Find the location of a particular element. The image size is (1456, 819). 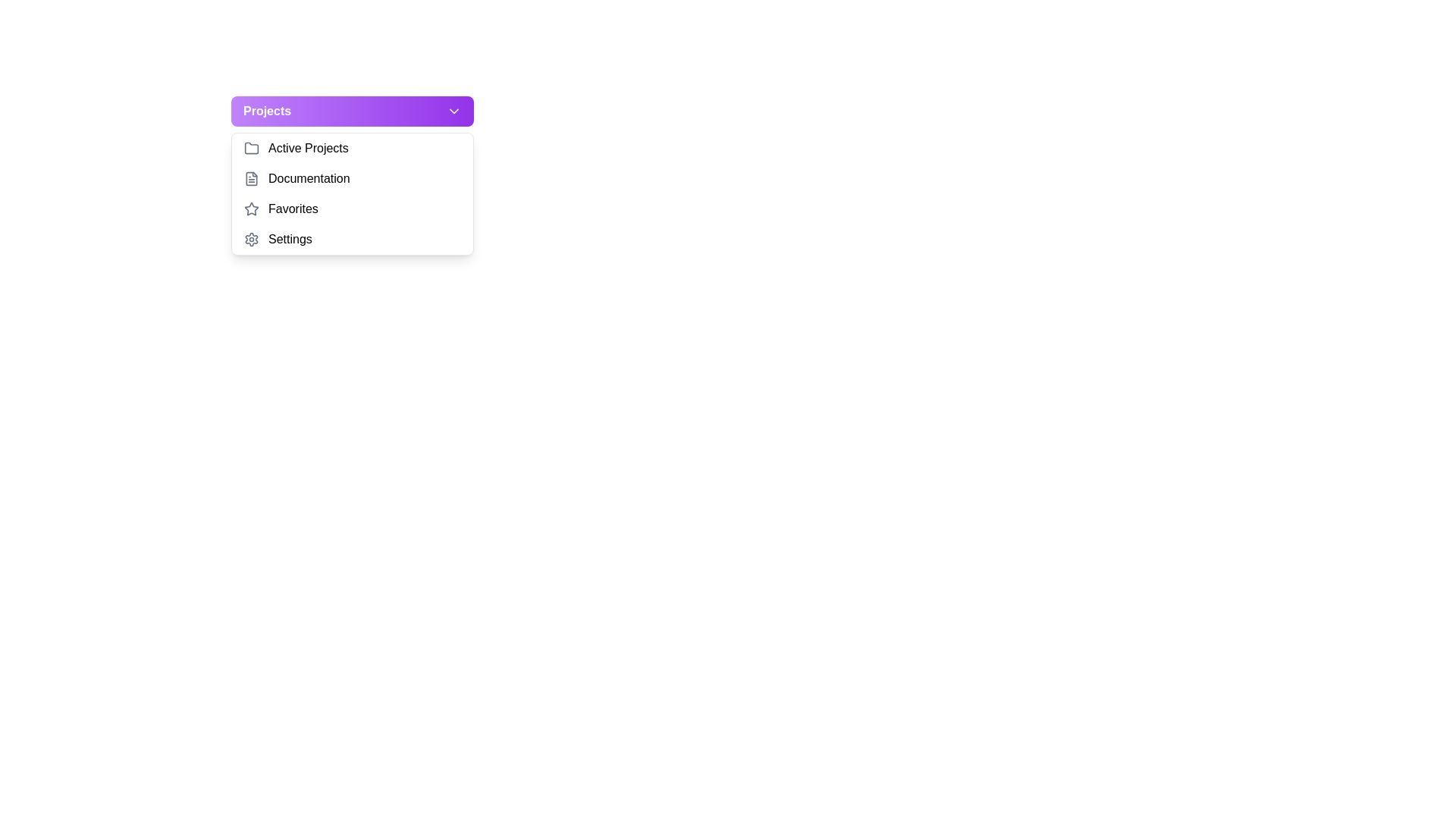

the gear icon representing the 'Settings' menu option, which is the leftmost icon in the vertical menu aligned with the text 'Settings' is located at coordinates (251, 239).